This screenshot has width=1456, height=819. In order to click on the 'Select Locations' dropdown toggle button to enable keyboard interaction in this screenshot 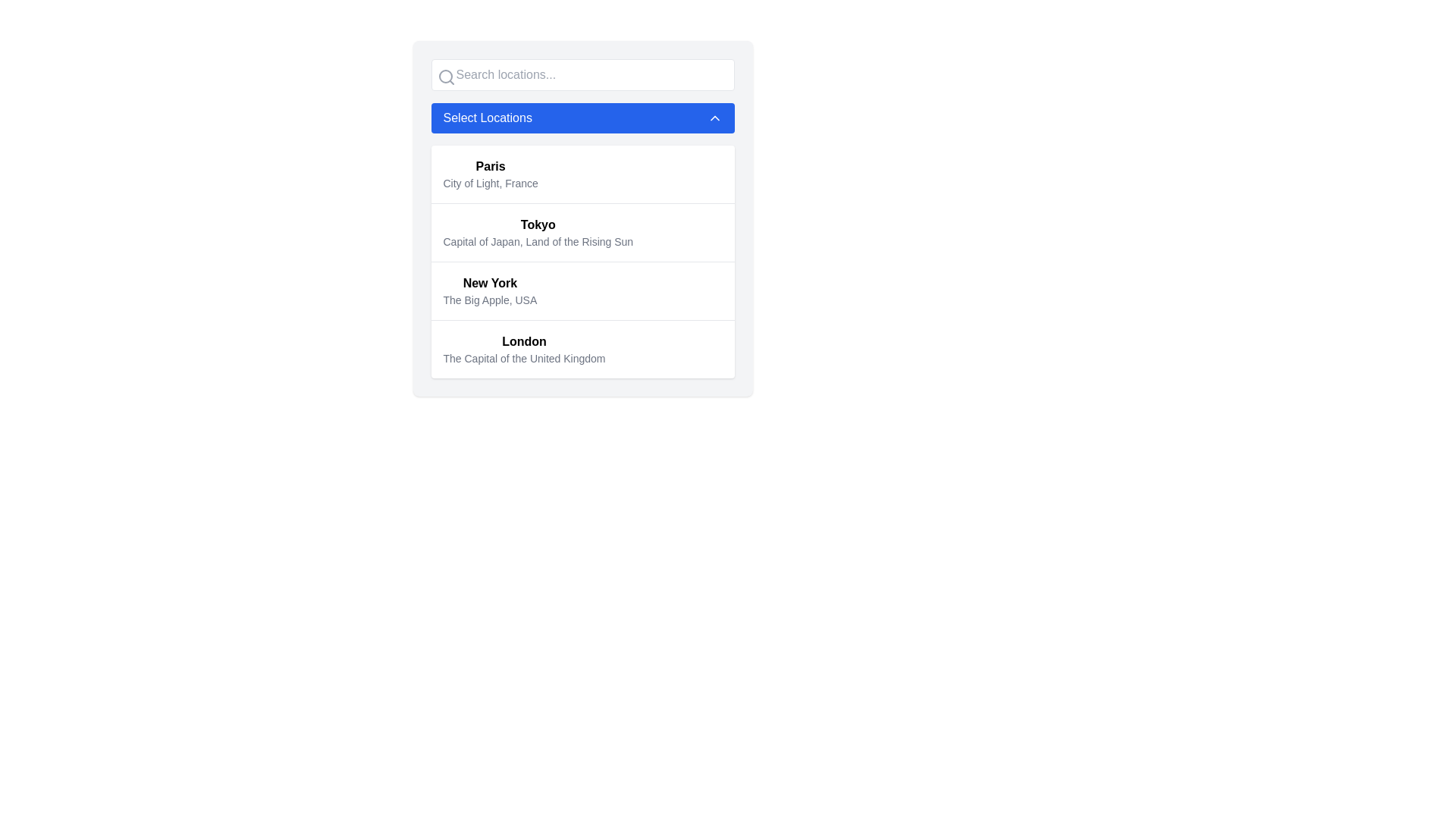, I will do `click(582, 117)`.